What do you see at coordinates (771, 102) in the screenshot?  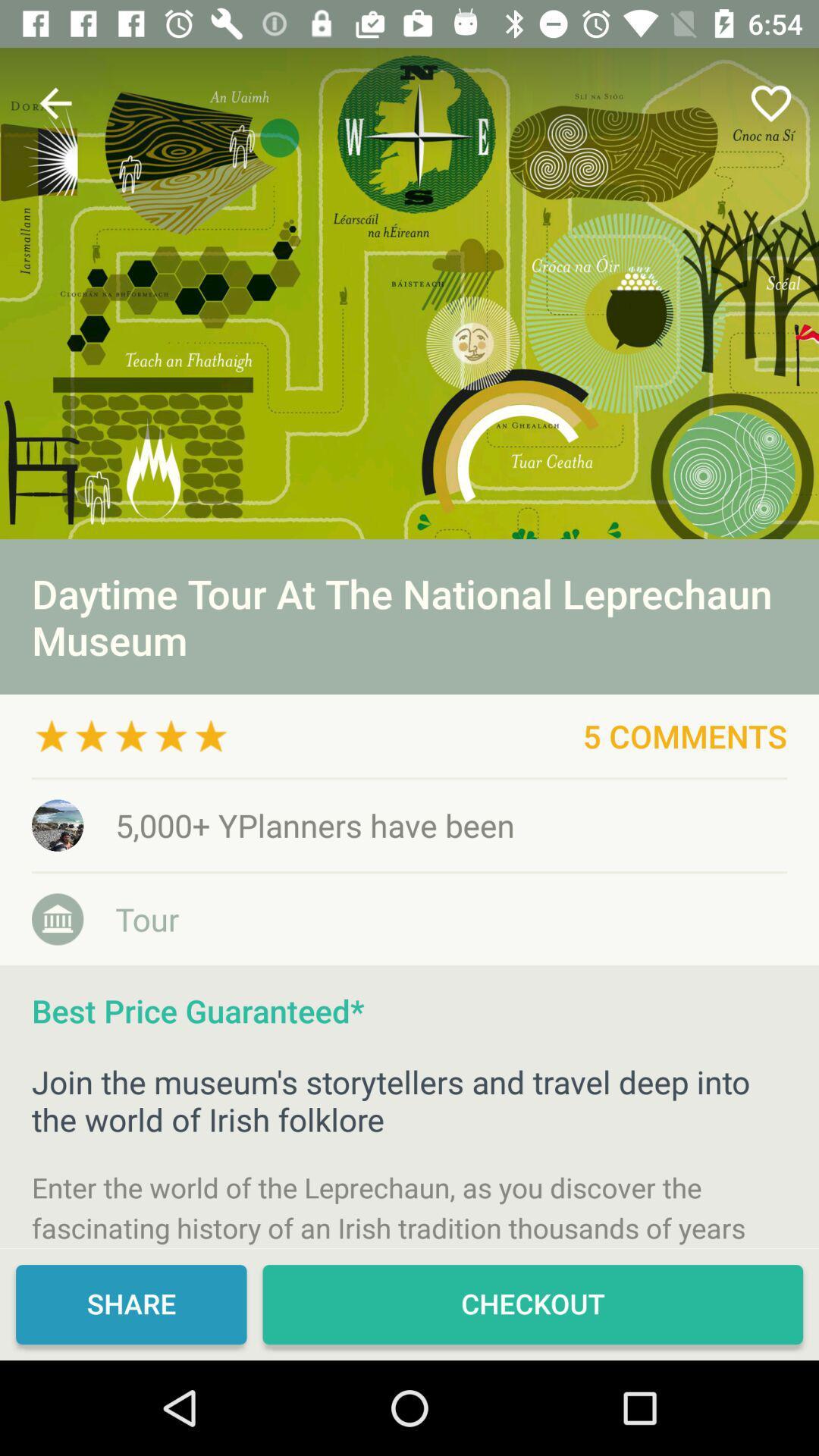 I see `the icon above the daytime tour at` at bounding box center [771, 102].